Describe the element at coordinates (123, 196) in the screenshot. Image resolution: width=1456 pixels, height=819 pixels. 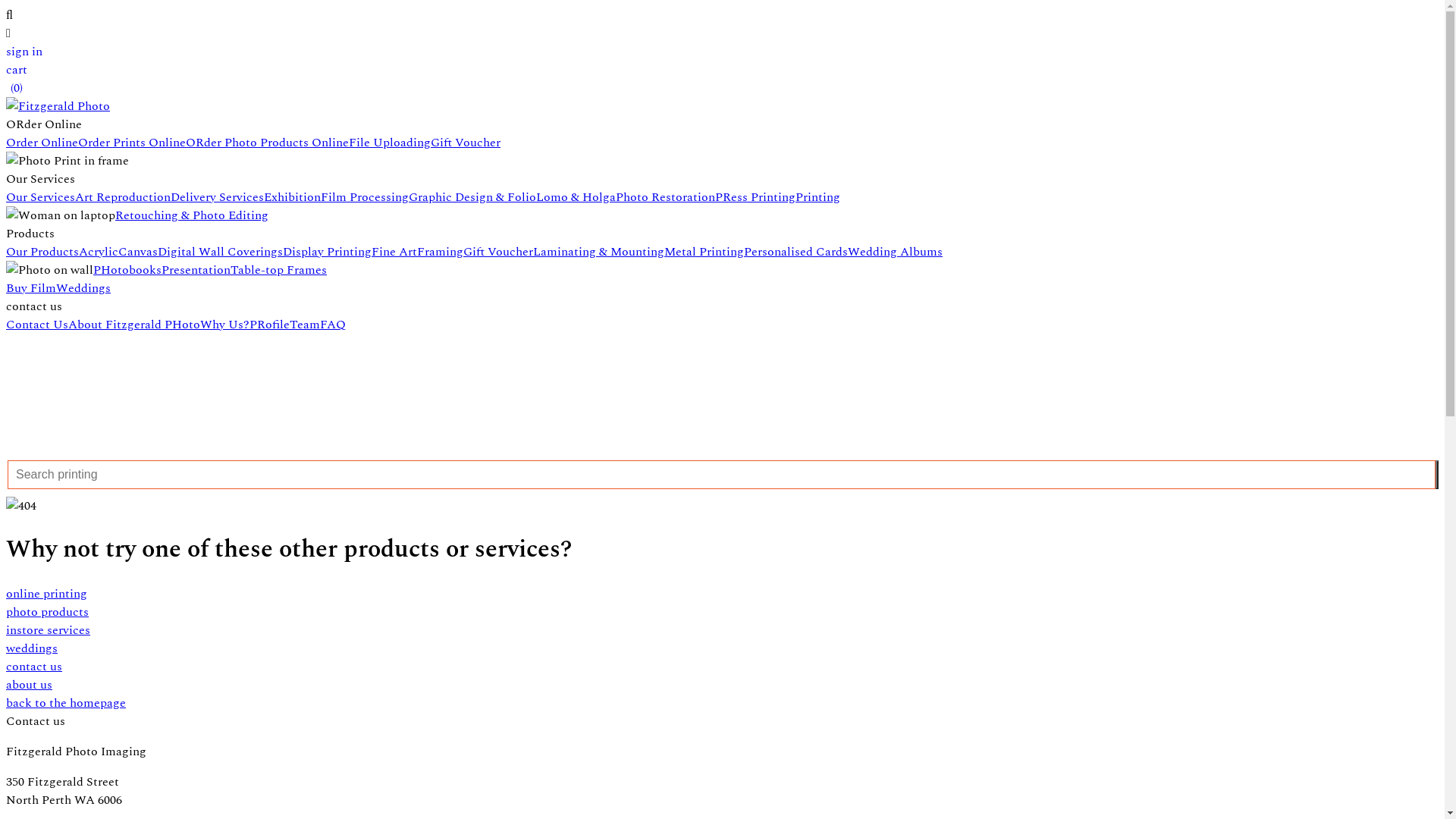
I see `'Art Reproduction'` at that location.